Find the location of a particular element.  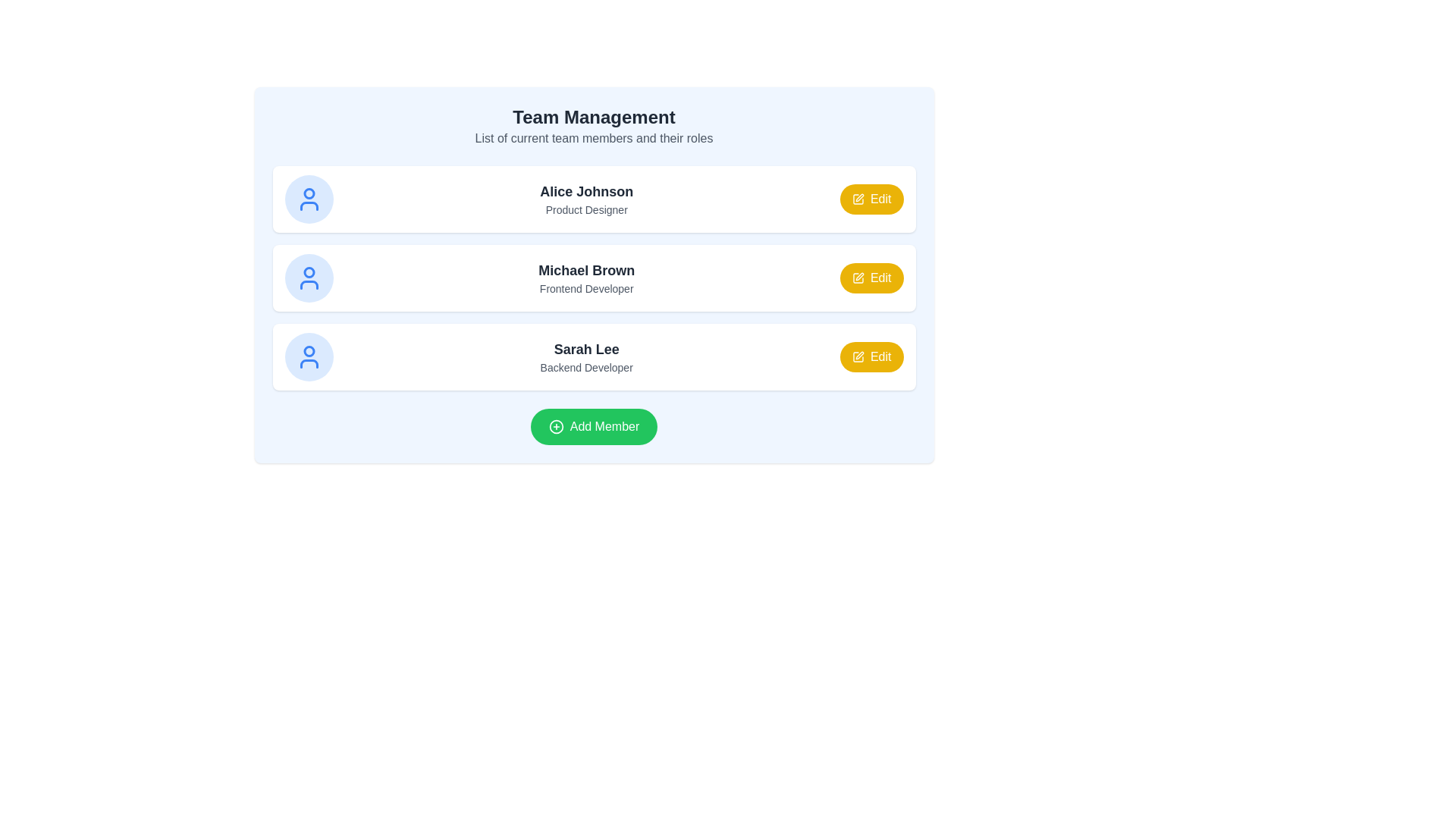

the circular user profile icon in the second entry of the Team Management list is located at coordinates (308, 271).